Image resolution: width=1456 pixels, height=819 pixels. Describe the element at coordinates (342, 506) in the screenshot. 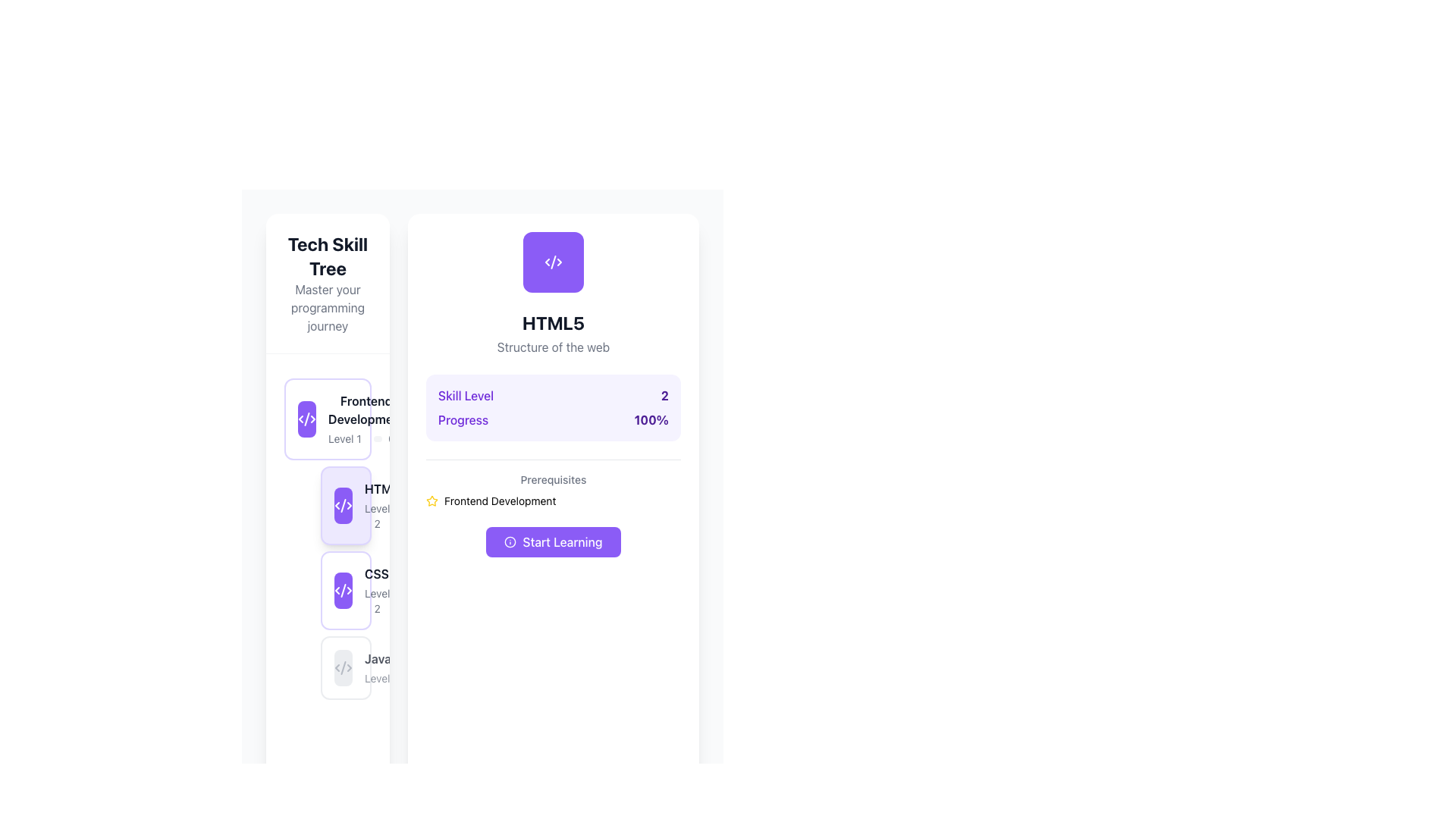

I see `the violet-colored icon with code brackets (</>) that represents programming content, located within the 'HTML5' skill card` at that location.